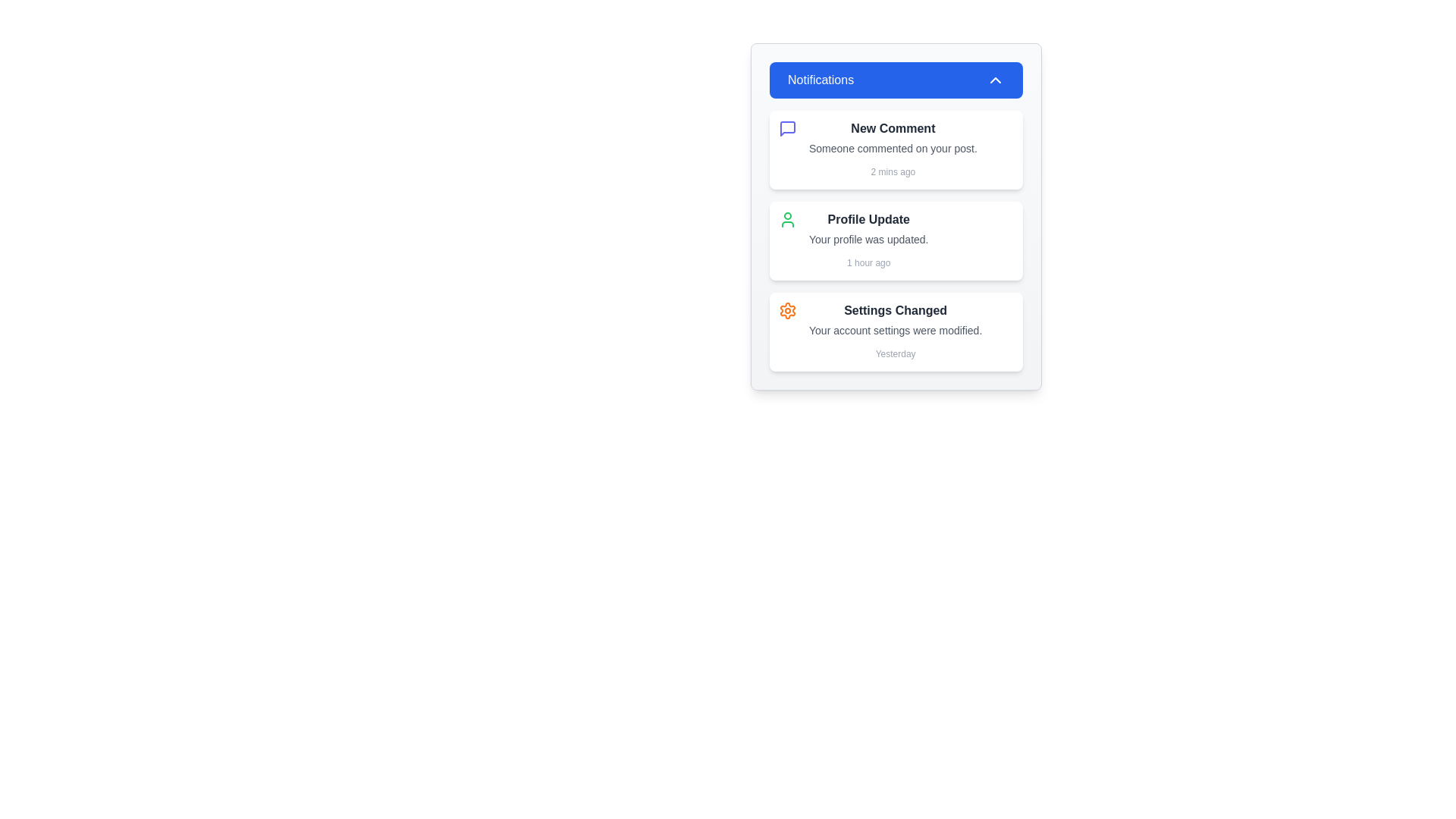 The width and height of the screenshot is (1456, 819). I want to click on bold text label 'Settings Changed' which is styled in dark gray and is the primary text of the third notification card, so click(896, 309).